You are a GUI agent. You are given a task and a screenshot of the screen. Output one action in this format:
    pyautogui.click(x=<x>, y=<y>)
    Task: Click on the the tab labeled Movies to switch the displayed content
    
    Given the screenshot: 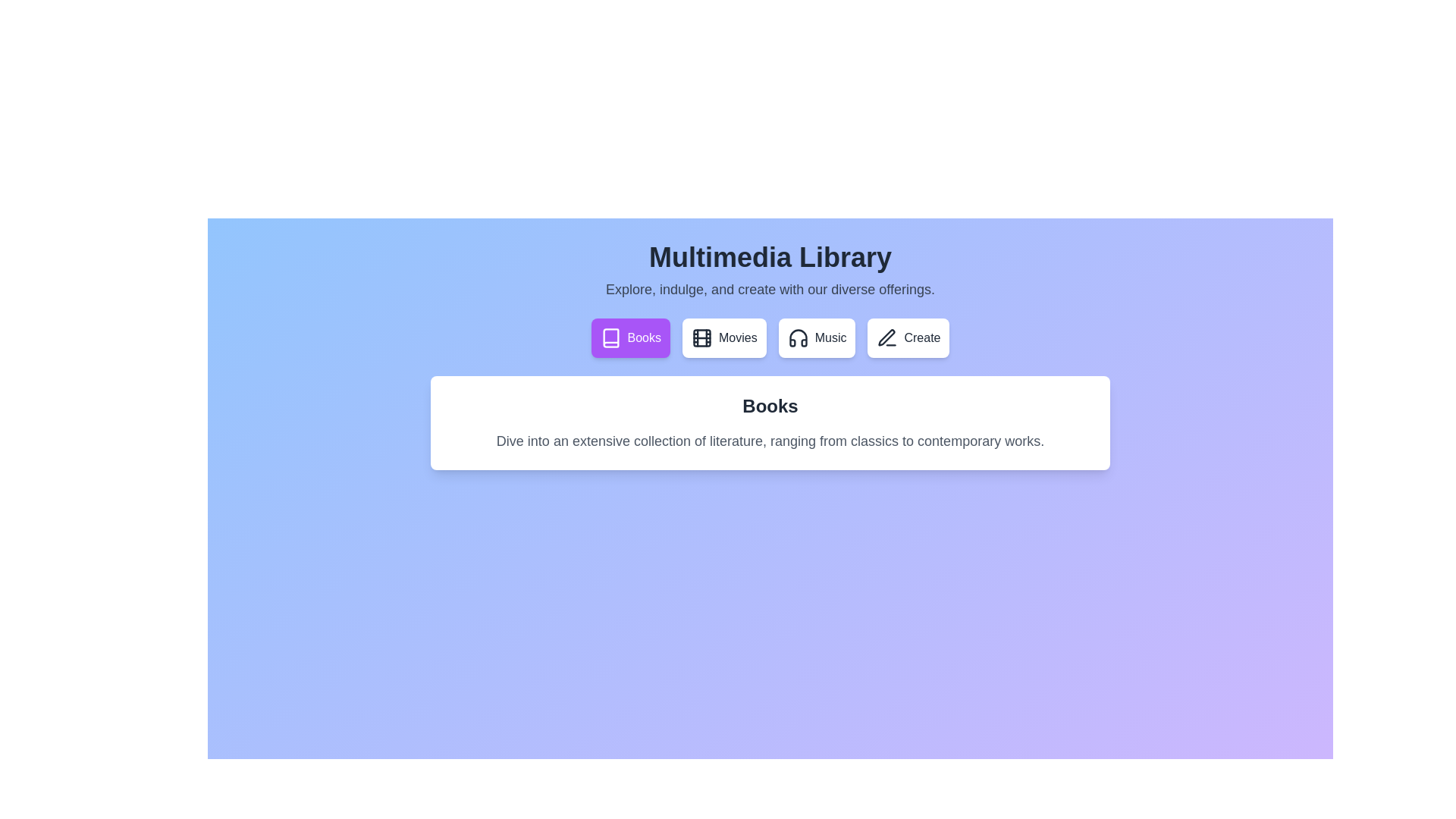 What is the action you would take?
    pyautogui.click(x=723, y=337)
    